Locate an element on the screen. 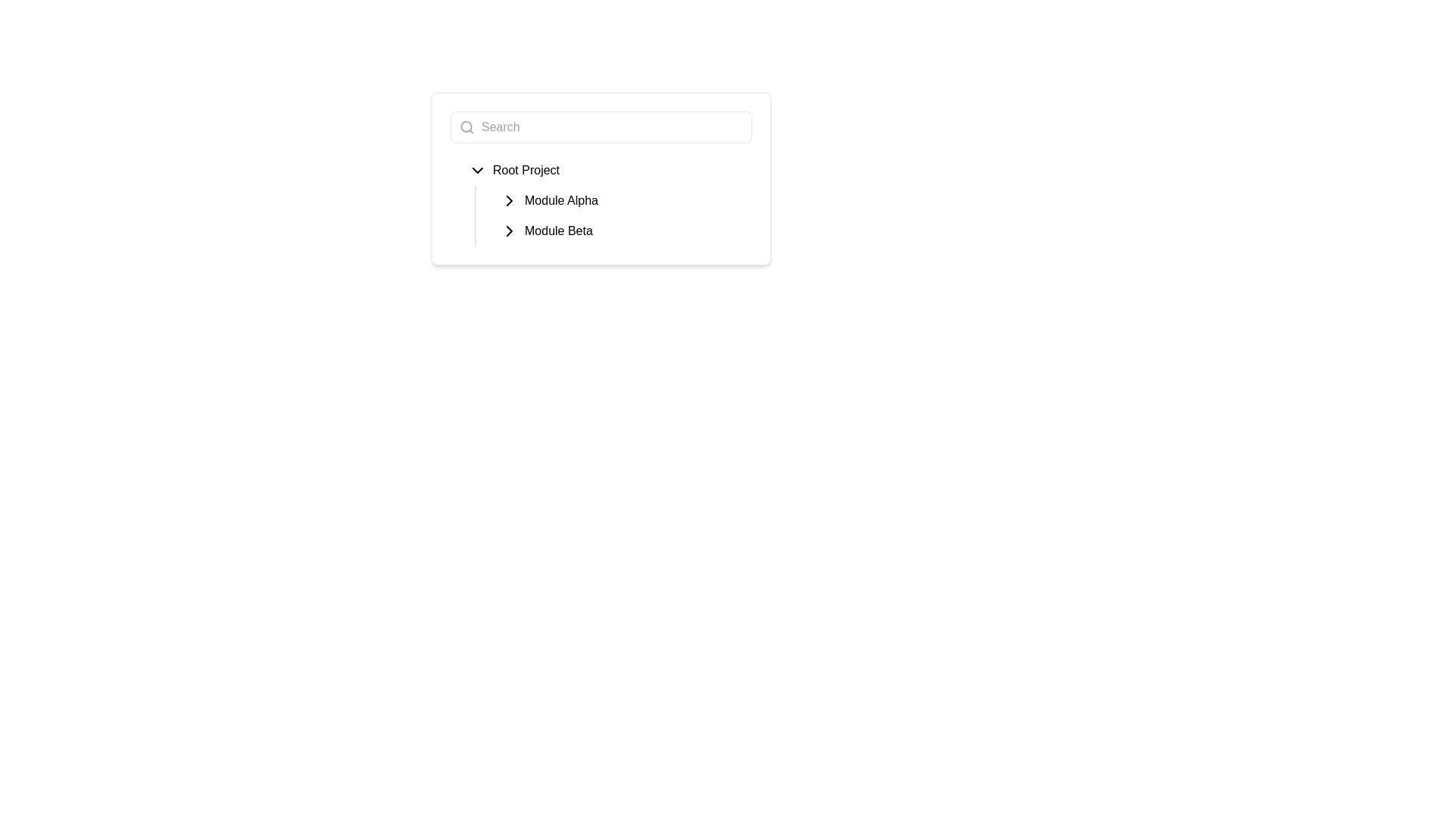  the Chevron icon located at the start of the 'Module Alpha' row is located at coordinates (510, 200).